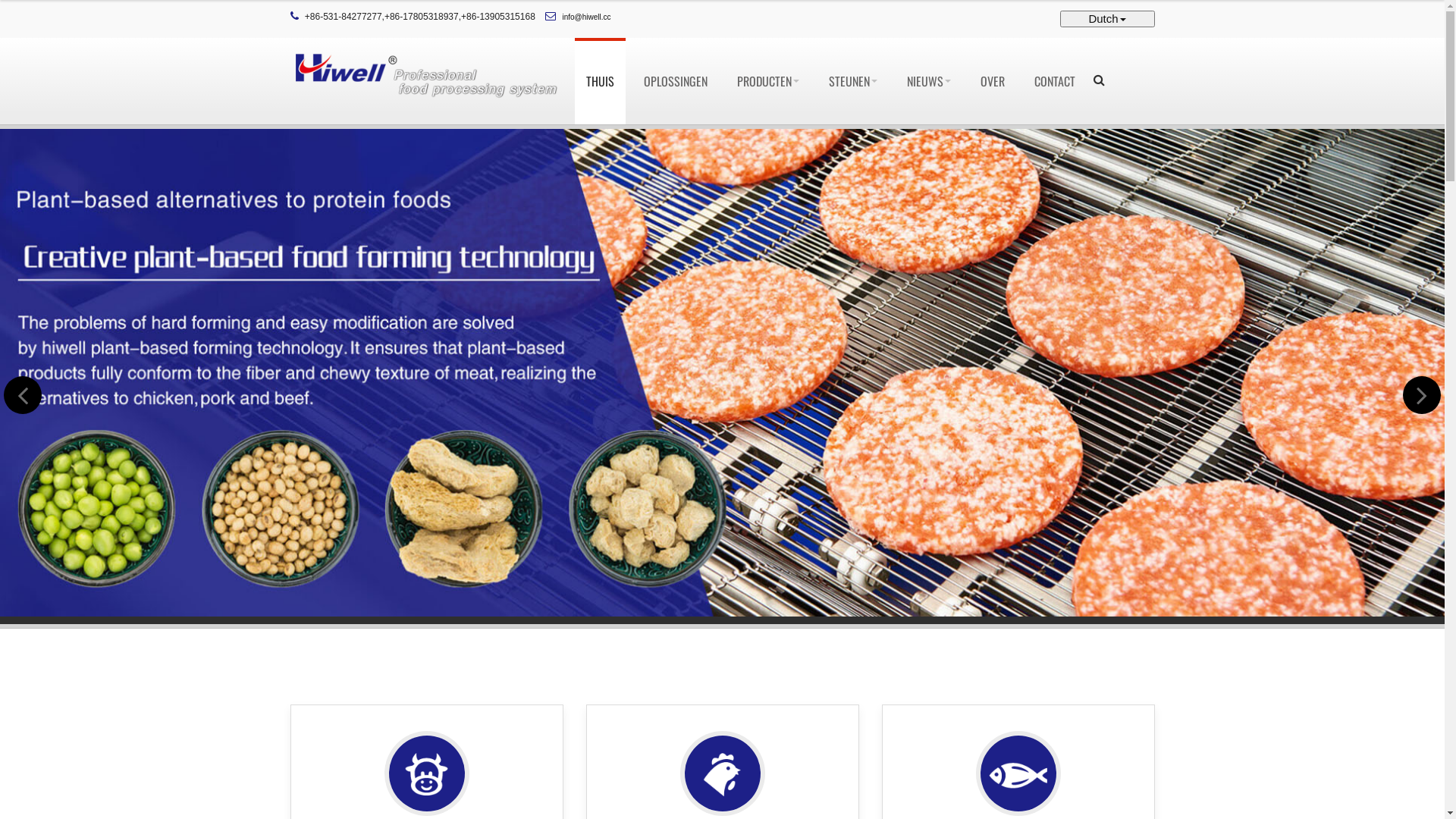 Image resolution: width=1456 pixels, height=819 pixels. Describe the element at coordinates (817, 81) in the screenshot. I see `'STEUNEN'` at that location.